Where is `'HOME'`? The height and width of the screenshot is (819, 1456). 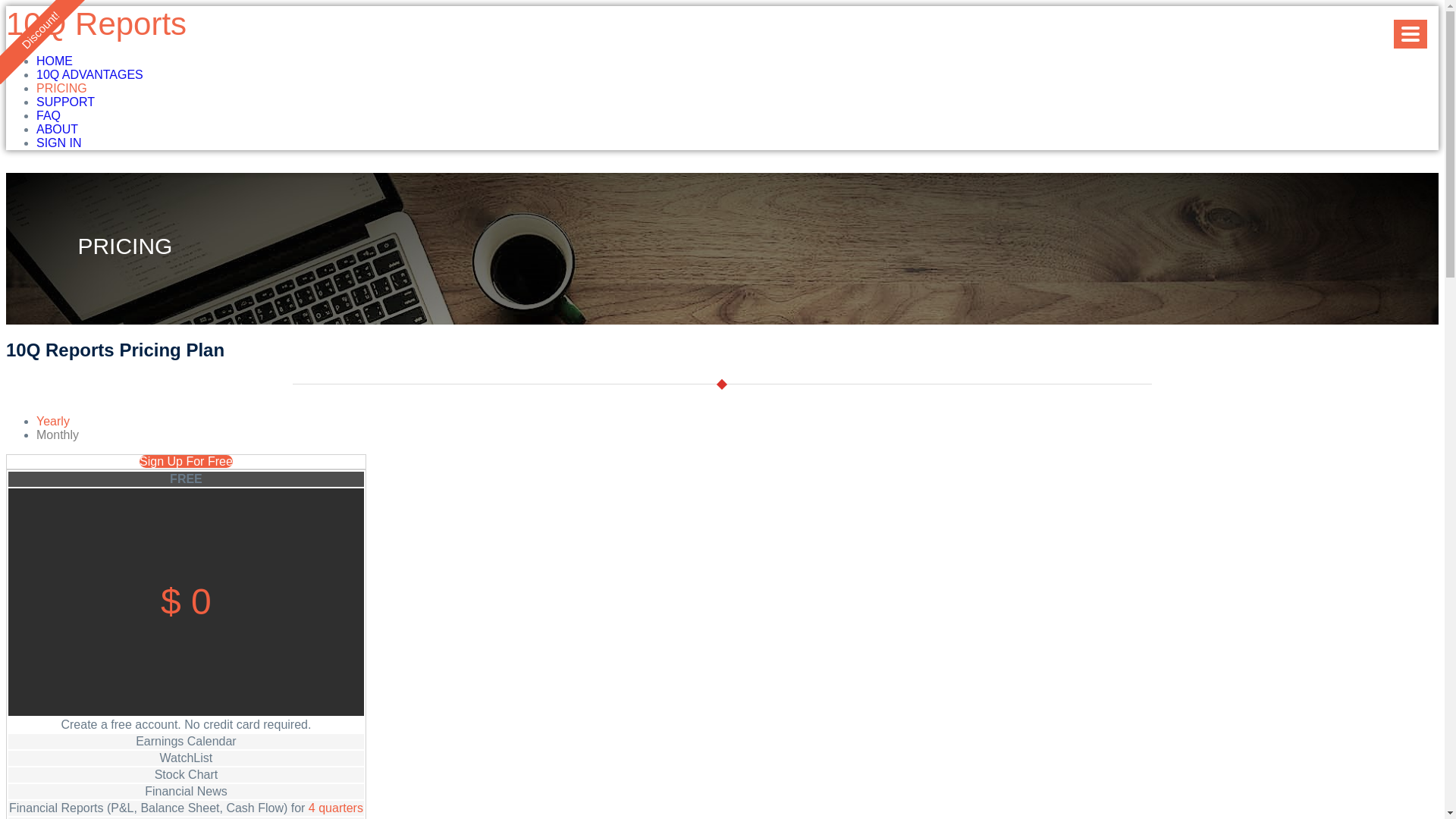 'HOME' is located at coordinates (55, 60).